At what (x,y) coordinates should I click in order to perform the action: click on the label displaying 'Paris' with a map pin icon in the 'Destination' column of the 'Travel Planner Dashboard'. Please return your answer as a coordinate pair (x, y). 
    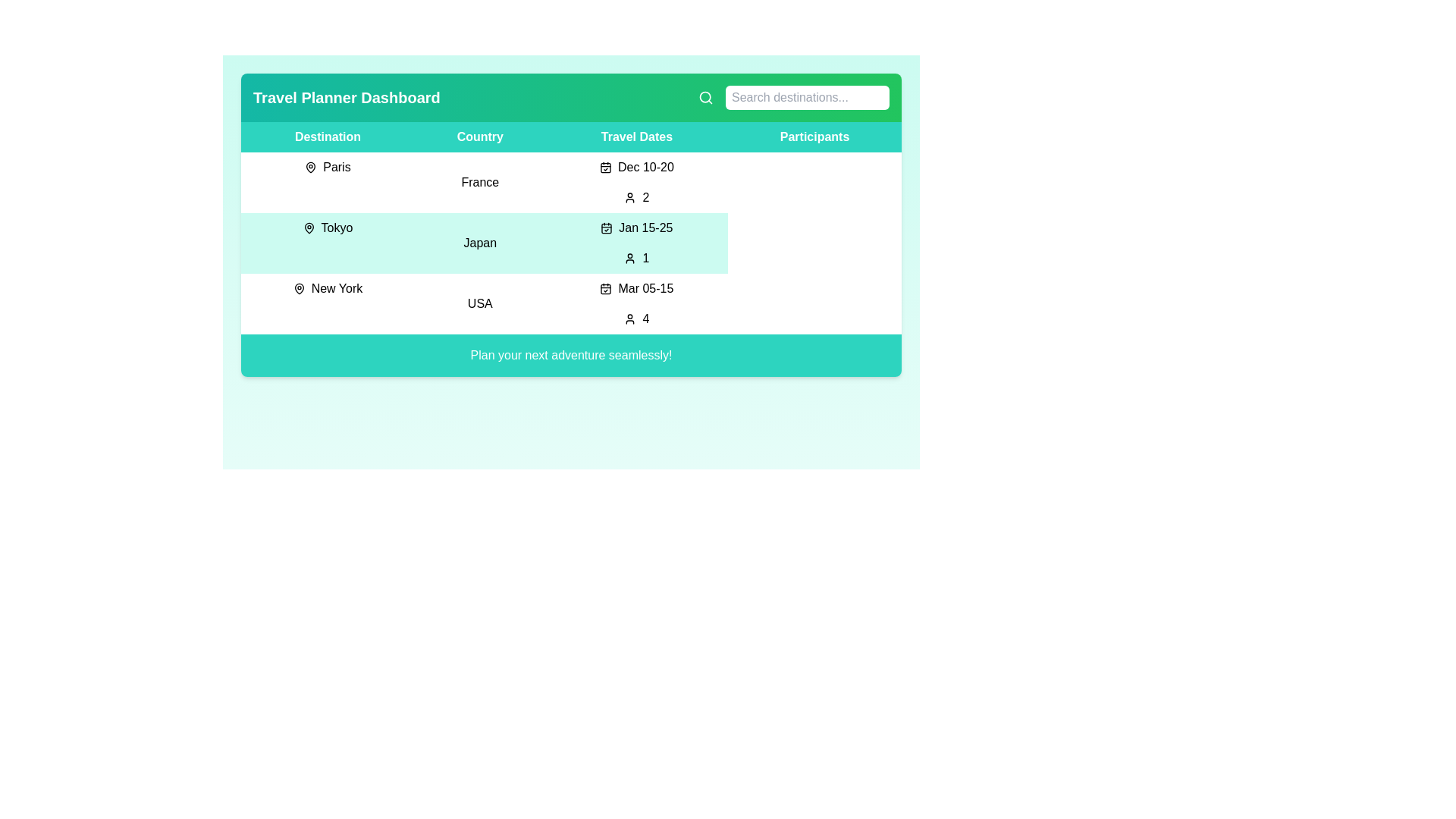
    Looking at the image, I should click on (327, 167).